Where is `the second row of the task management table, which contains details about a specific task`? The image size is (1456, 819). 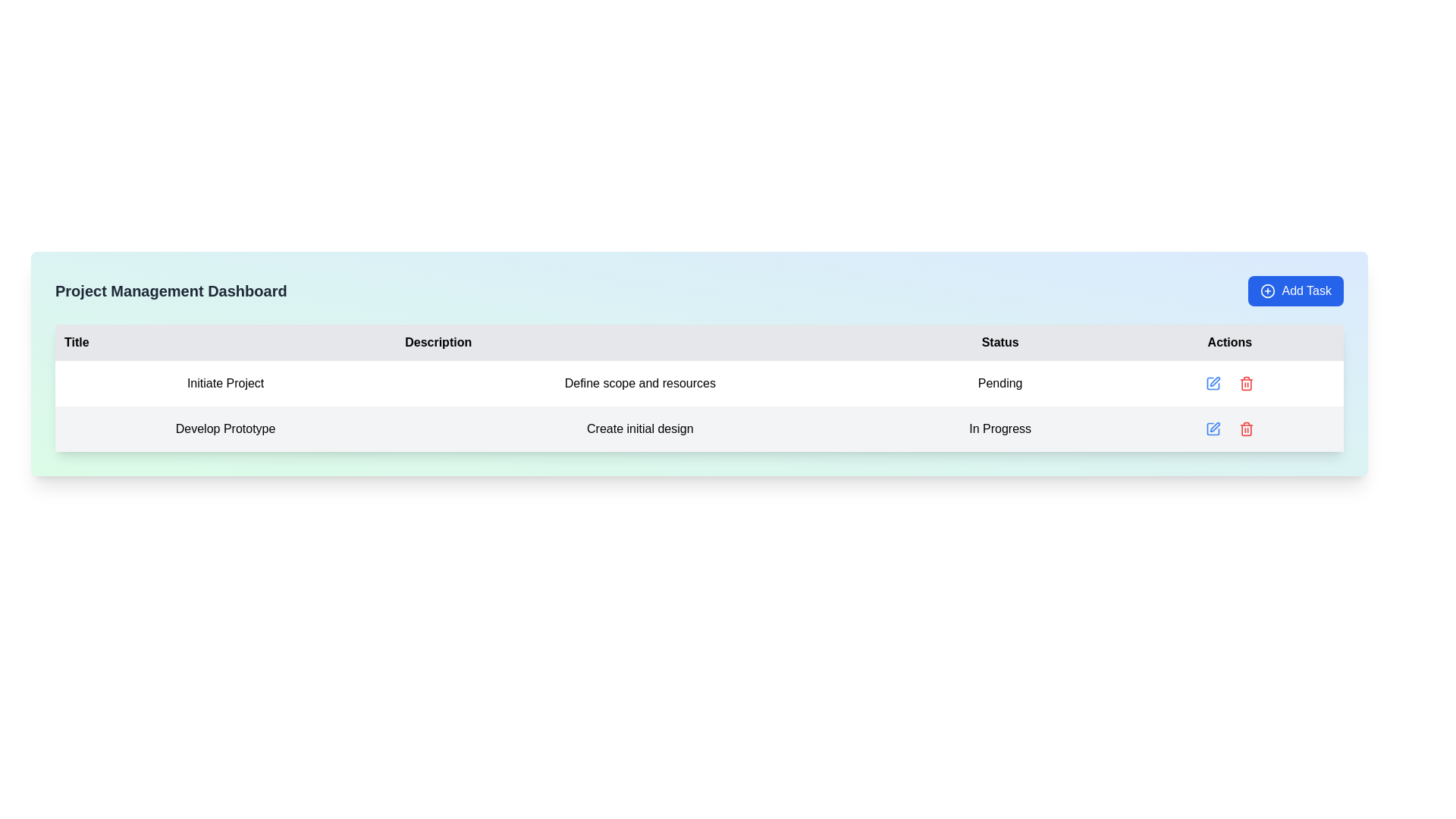 the second row of the task management table, which contains details about a specific task is located at coordinates (698, 429).